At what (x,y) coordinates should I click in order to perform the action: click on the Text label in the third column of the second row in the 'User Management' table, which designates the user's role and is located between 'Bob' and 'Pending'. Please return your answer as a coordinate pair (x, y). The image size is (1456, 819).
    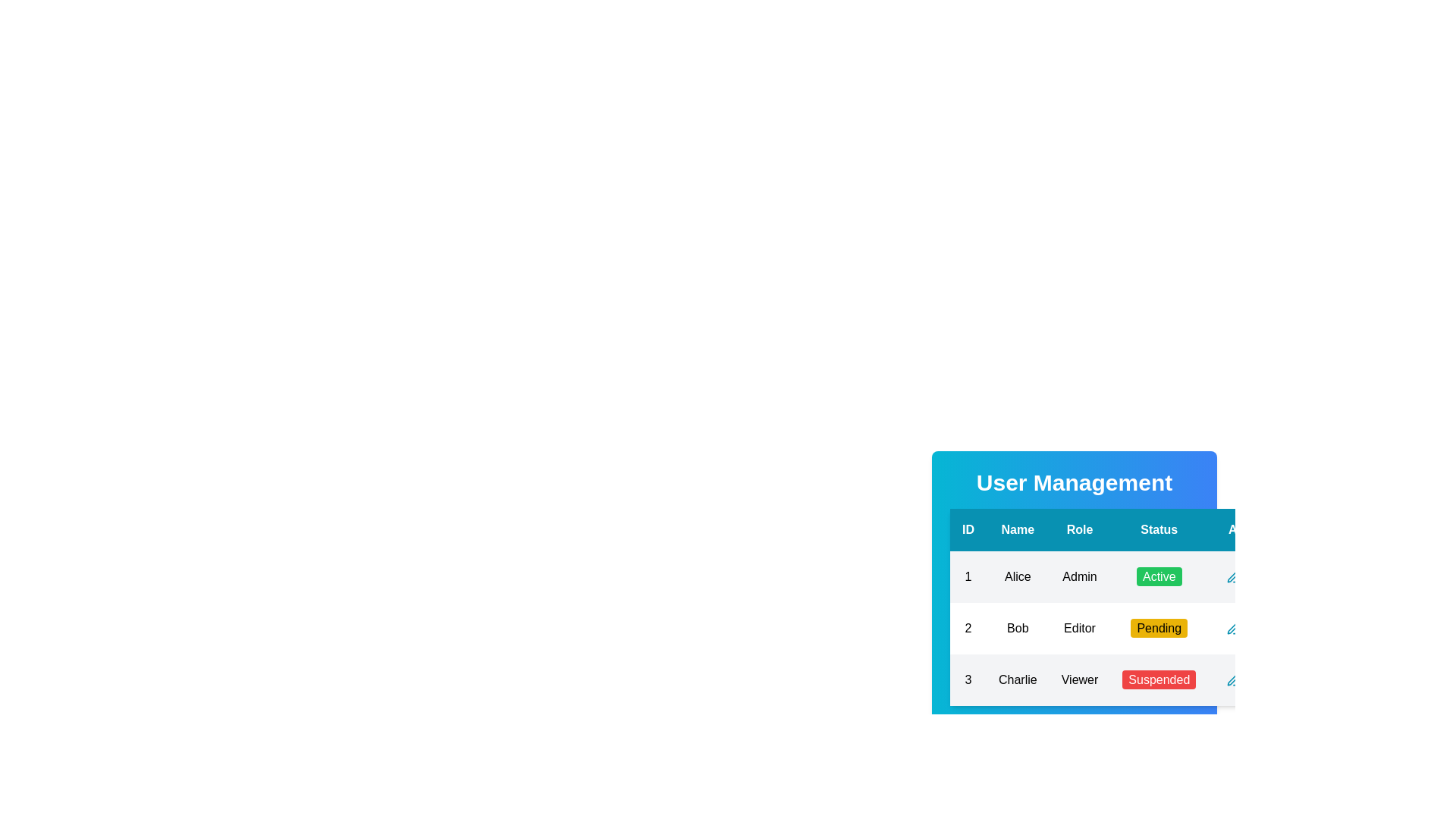
    Looking at the image, I should click on (1079, 629).